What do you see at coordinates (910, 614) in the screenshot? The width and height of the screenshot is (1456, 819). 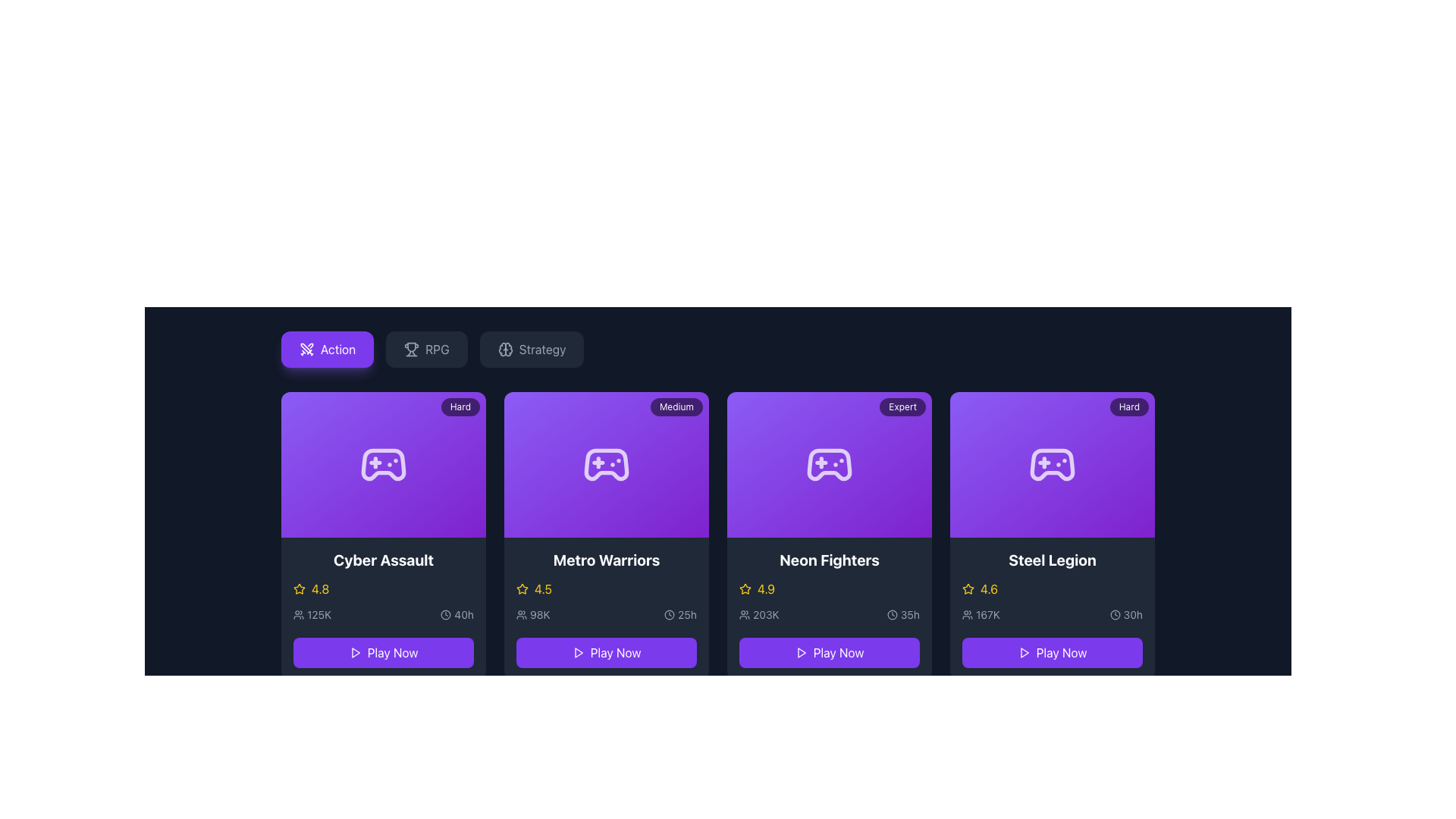 I see `the text label displaying '35h', which is located at the bottom right part of the third card titled 'Neon Fighters' and is aligned with an adjacent clock icon` at bounding box center [910, 614].